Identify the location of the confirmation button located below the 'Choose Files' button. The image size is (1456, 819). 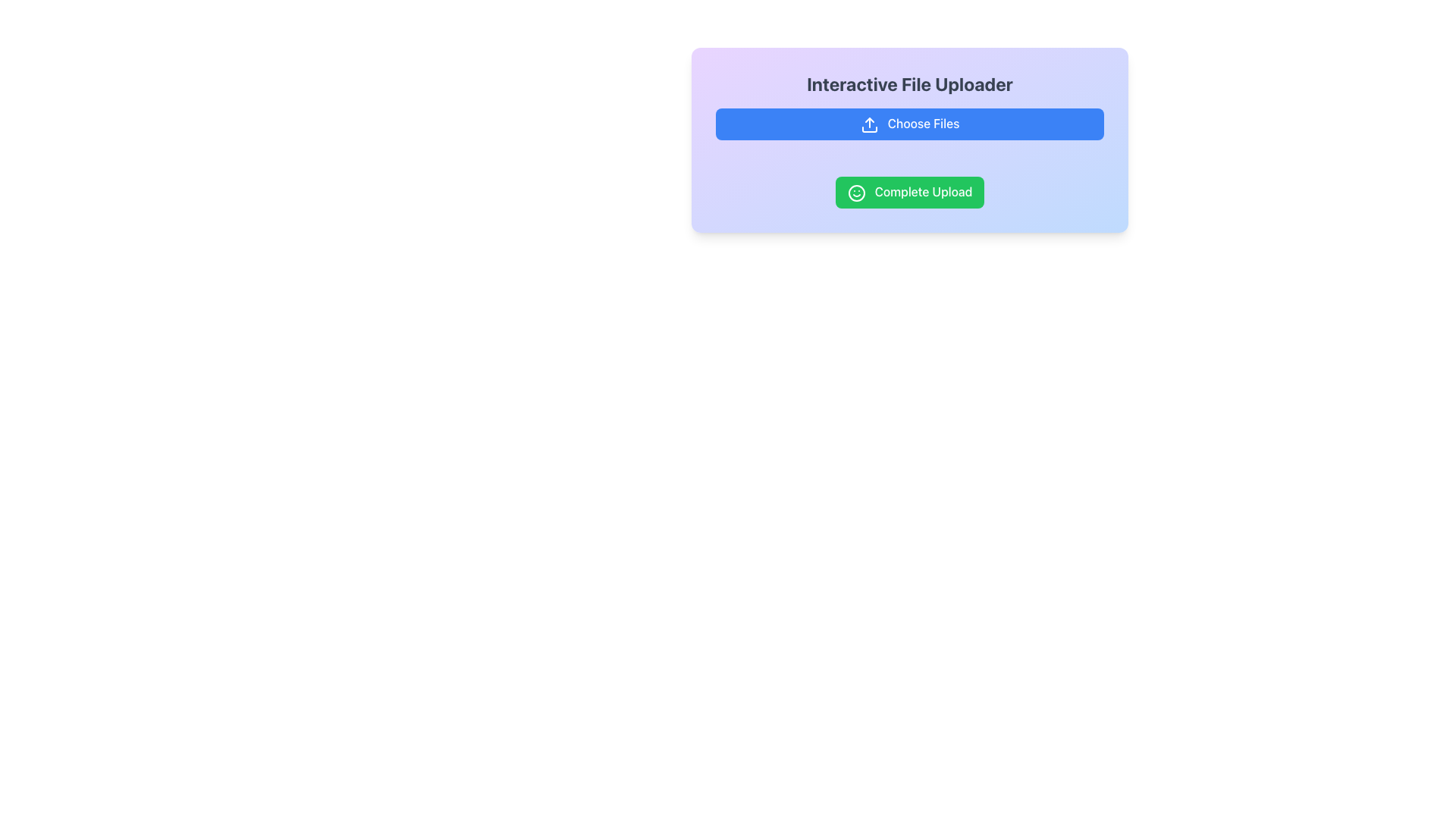
(910, 191).